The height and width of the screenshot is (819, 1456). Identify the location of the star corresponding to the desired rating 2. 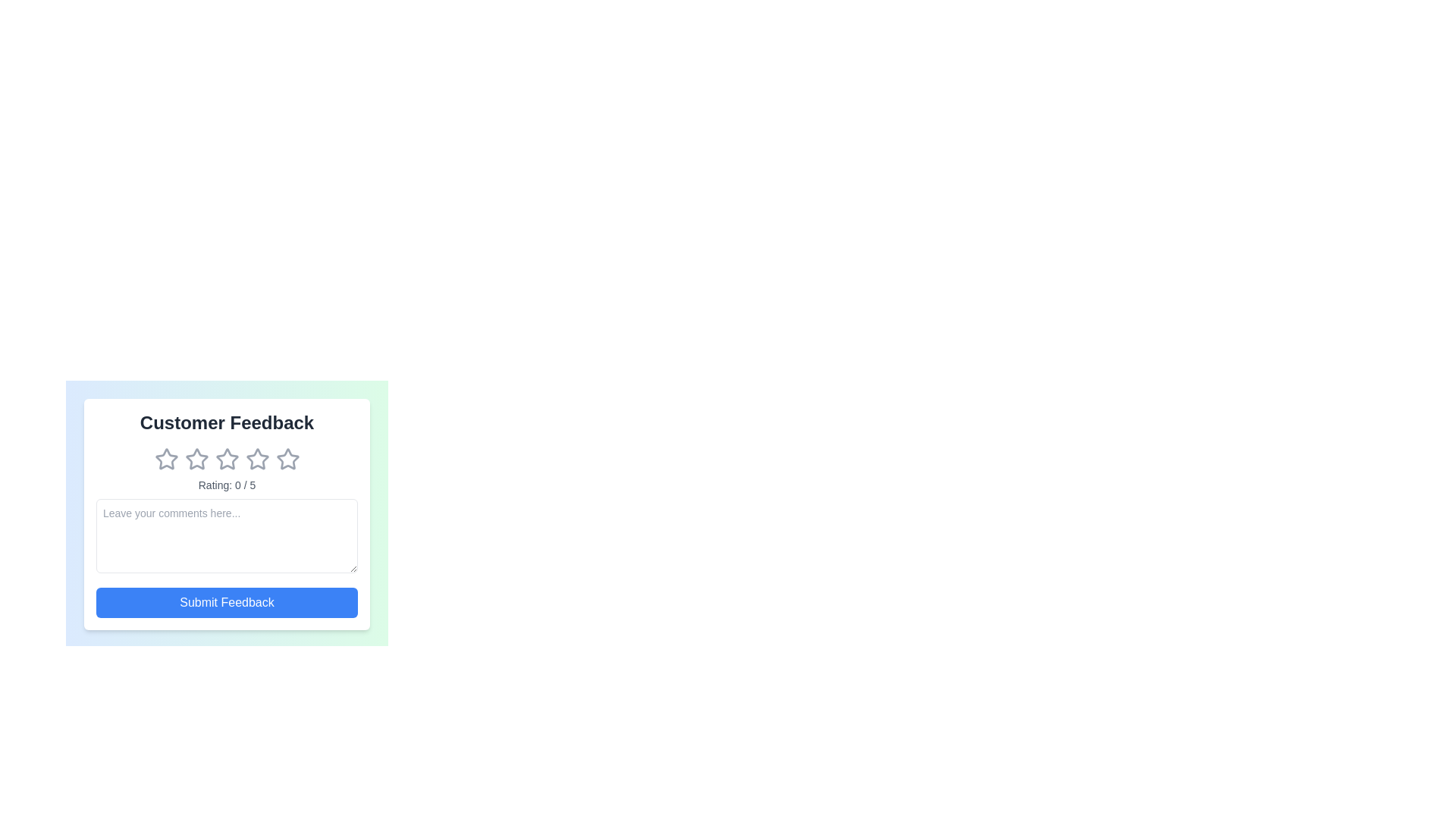
(196, 458).